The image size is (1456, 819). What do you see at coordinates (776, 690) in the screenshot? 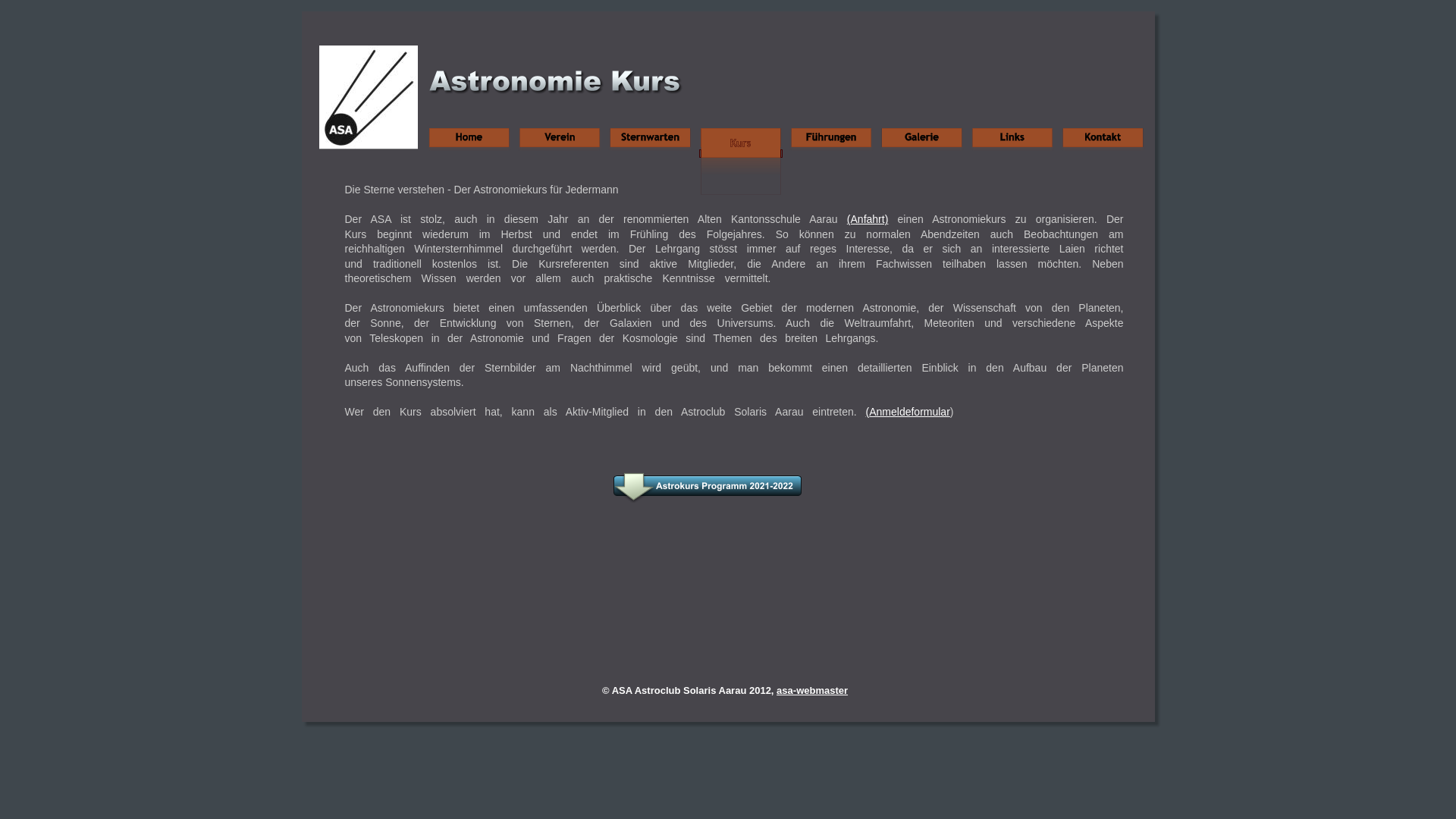
I see `'asa-webmaster'` at bounding box center [776, 690].